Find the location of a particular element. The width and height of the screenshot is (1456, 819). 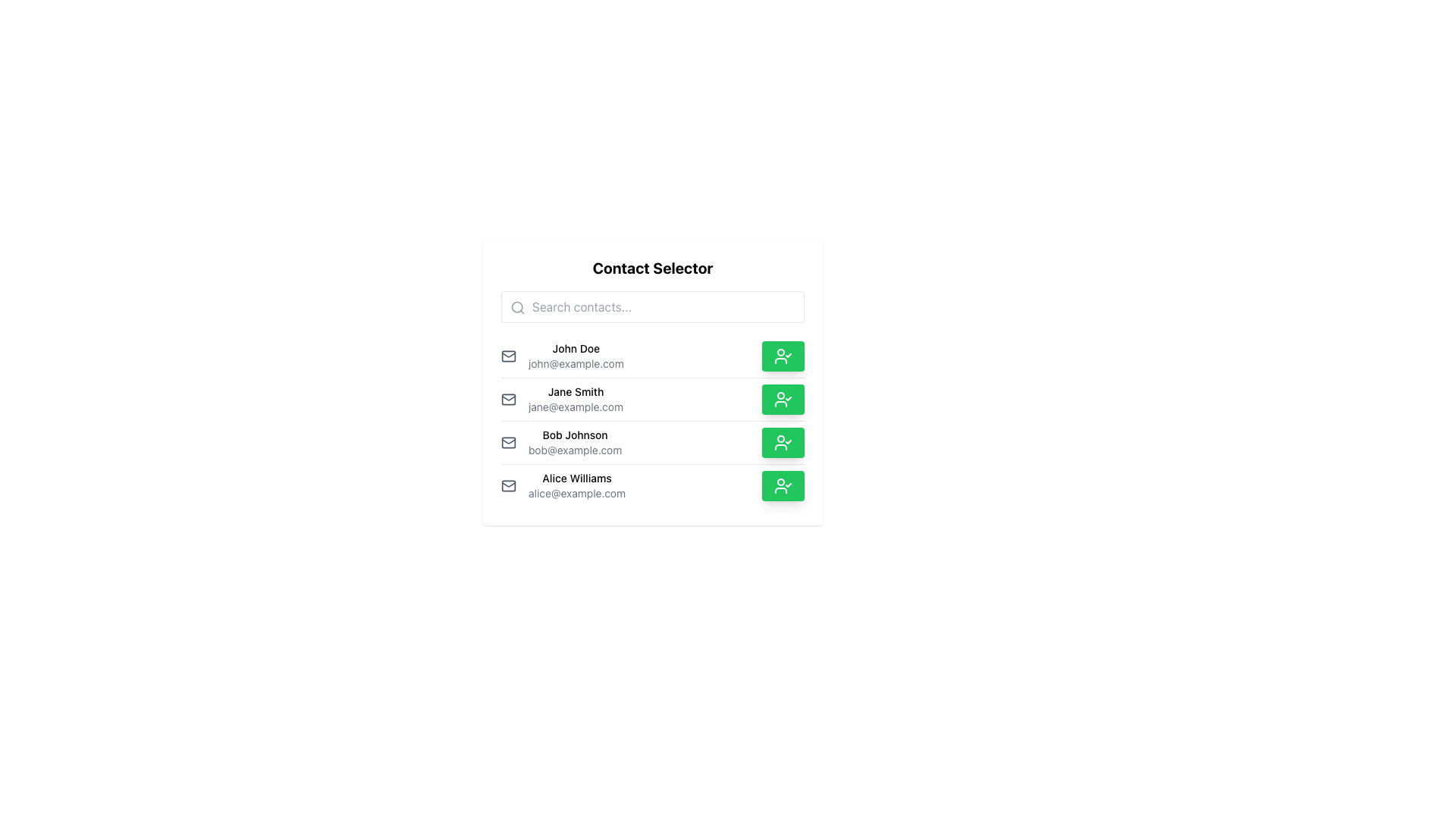

text displayed in the second contact entry, which shows 'Jane Smith' above 'jane@example.com' is located at coordinates (575, 399).